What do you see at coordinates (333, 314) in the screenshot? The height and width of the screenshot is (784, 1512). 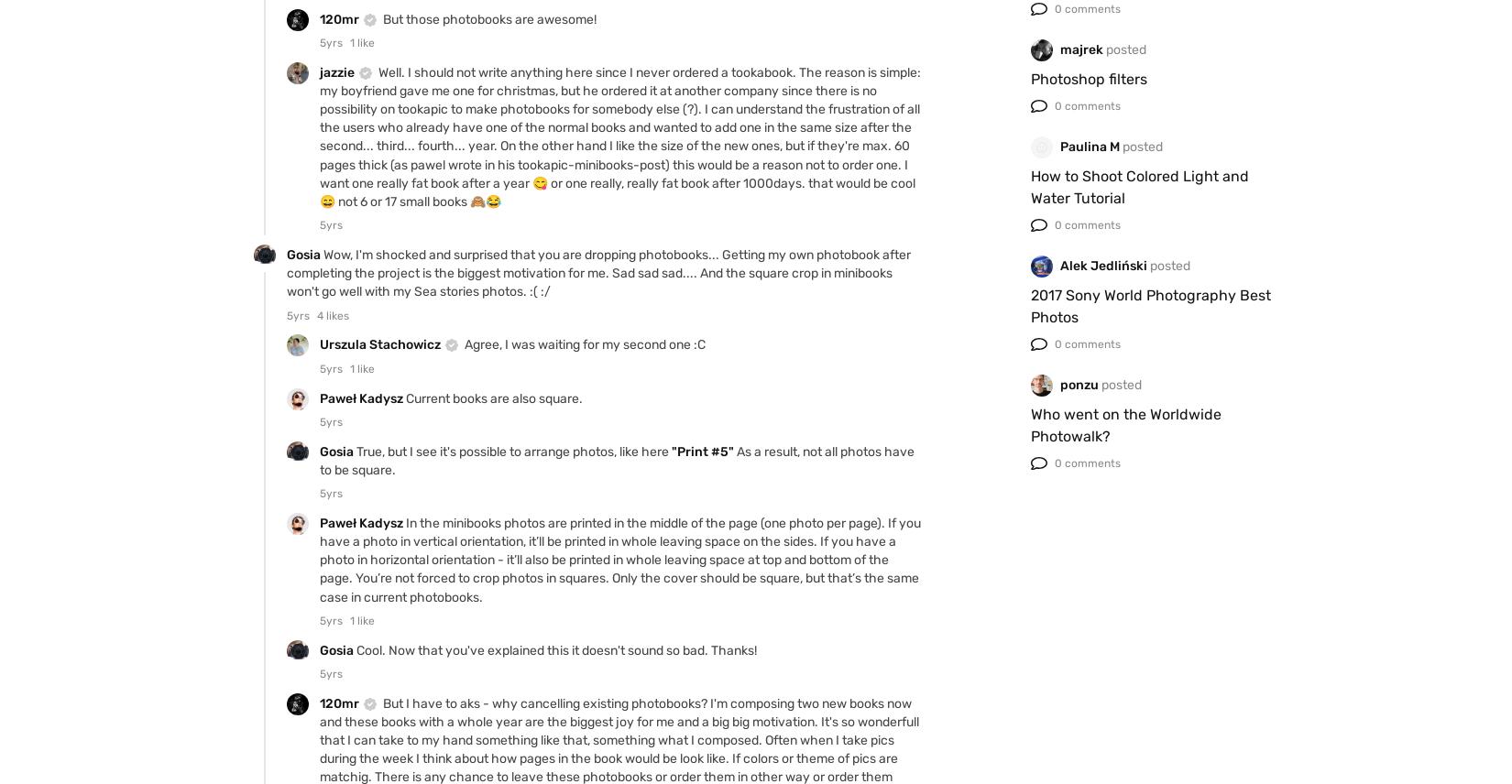 I see `'4 likes'` at bounding box center [333, 314].